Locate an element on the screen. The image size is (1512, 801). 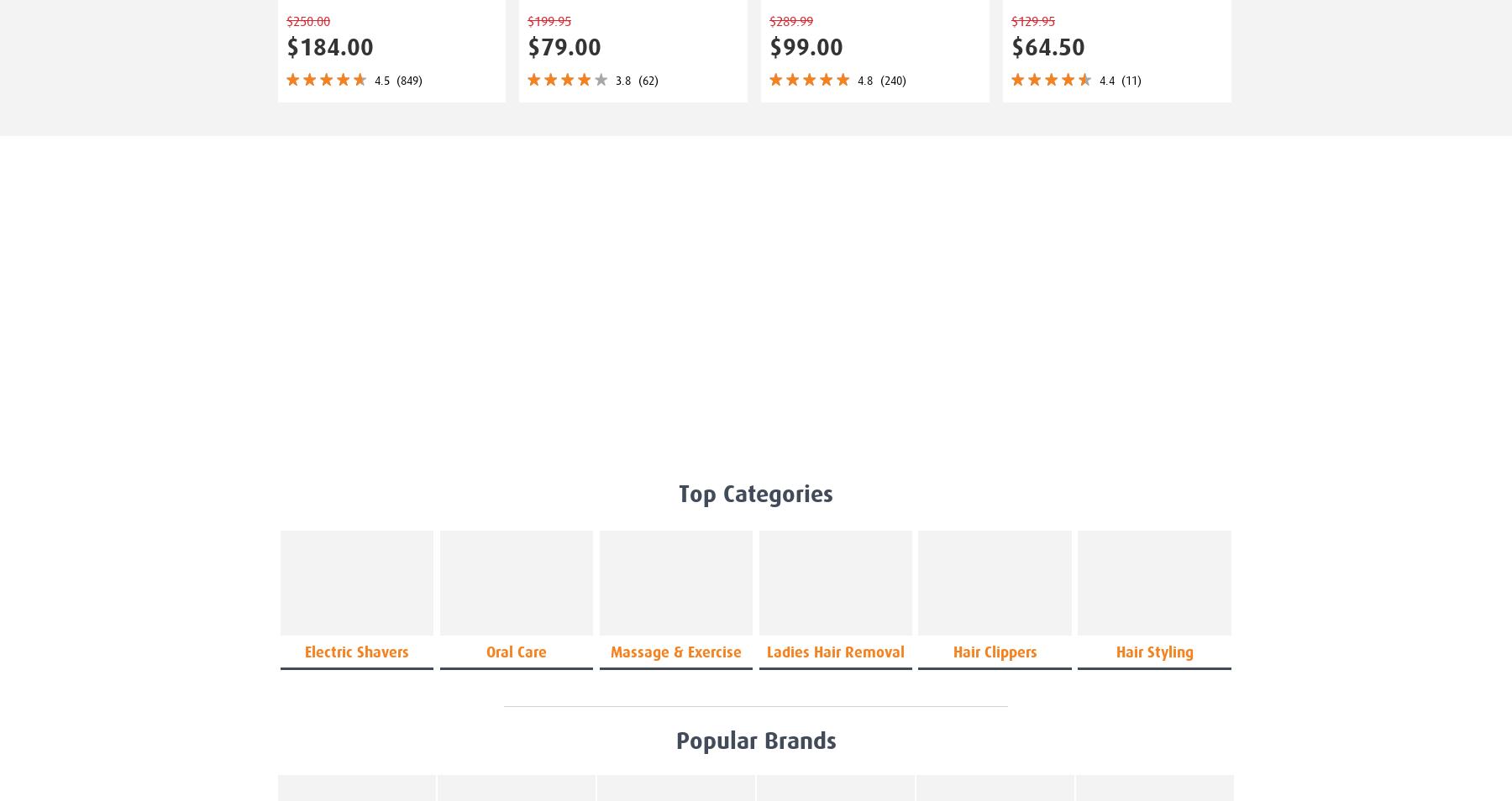
'hair removal' is located at coordinates (808, 652).